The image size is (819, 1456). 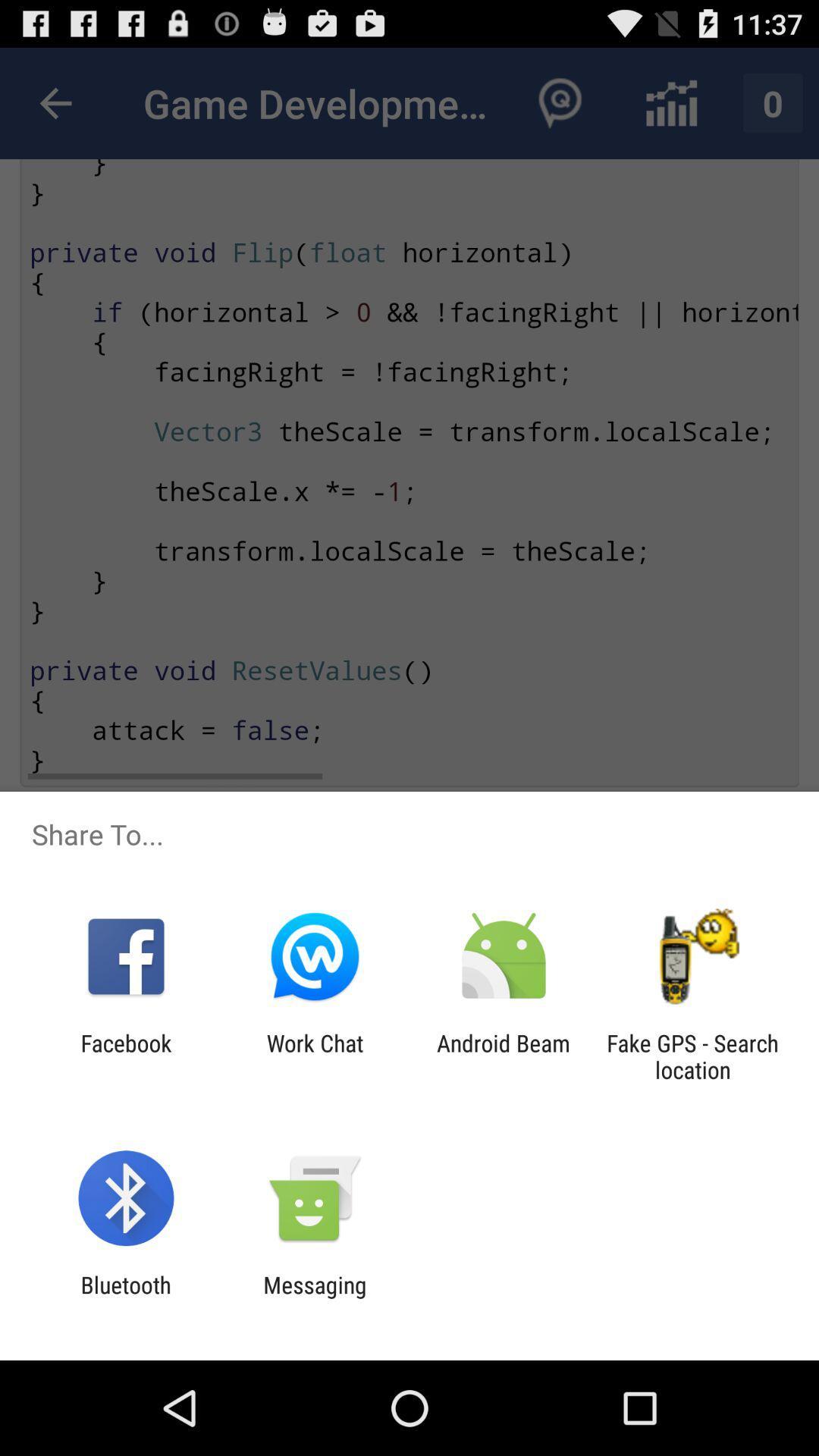 I want to click on icon next to the android beam icon, so click(x=314, y=1056).